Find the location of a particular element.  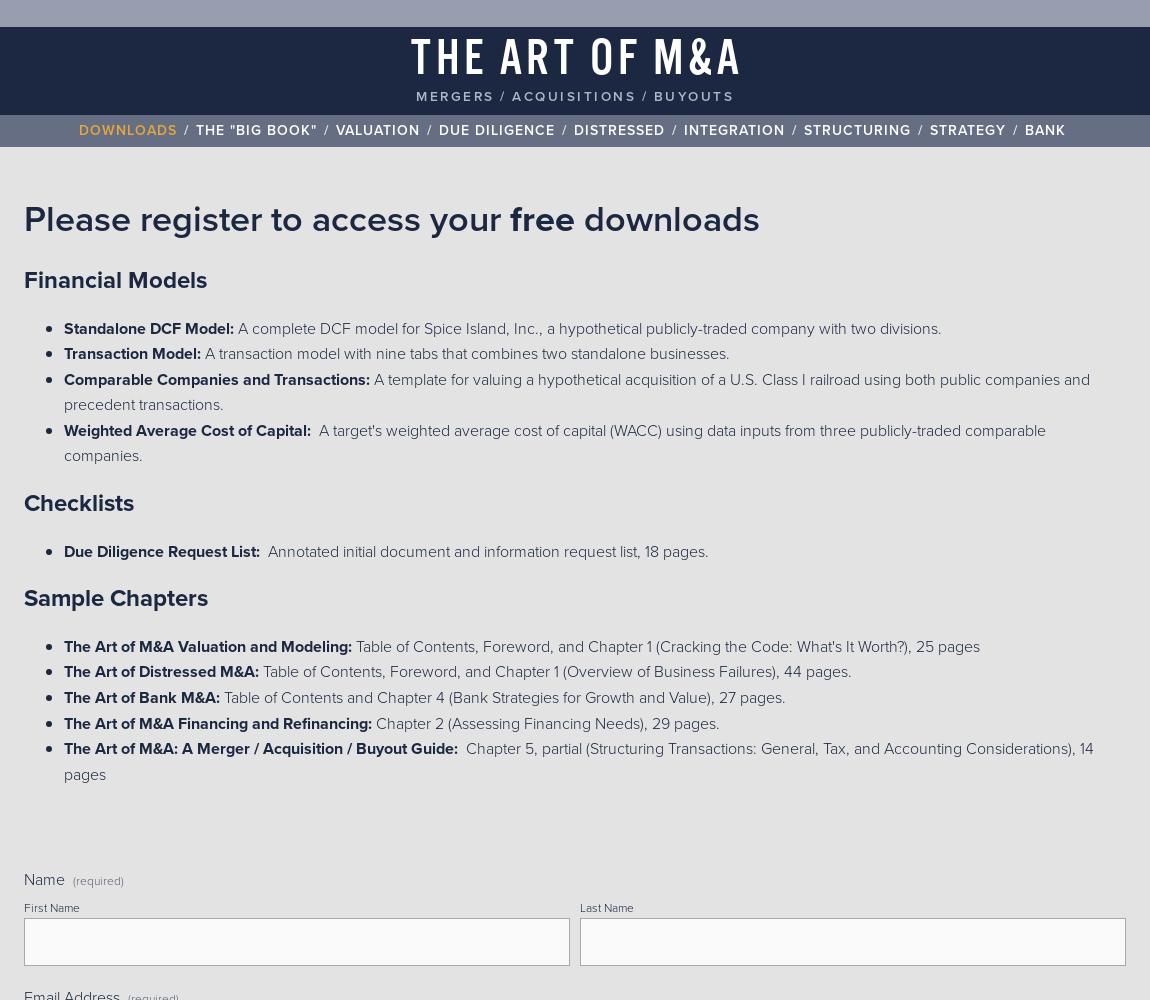

'The Art of M&A' is located at coordinates (411, 60).